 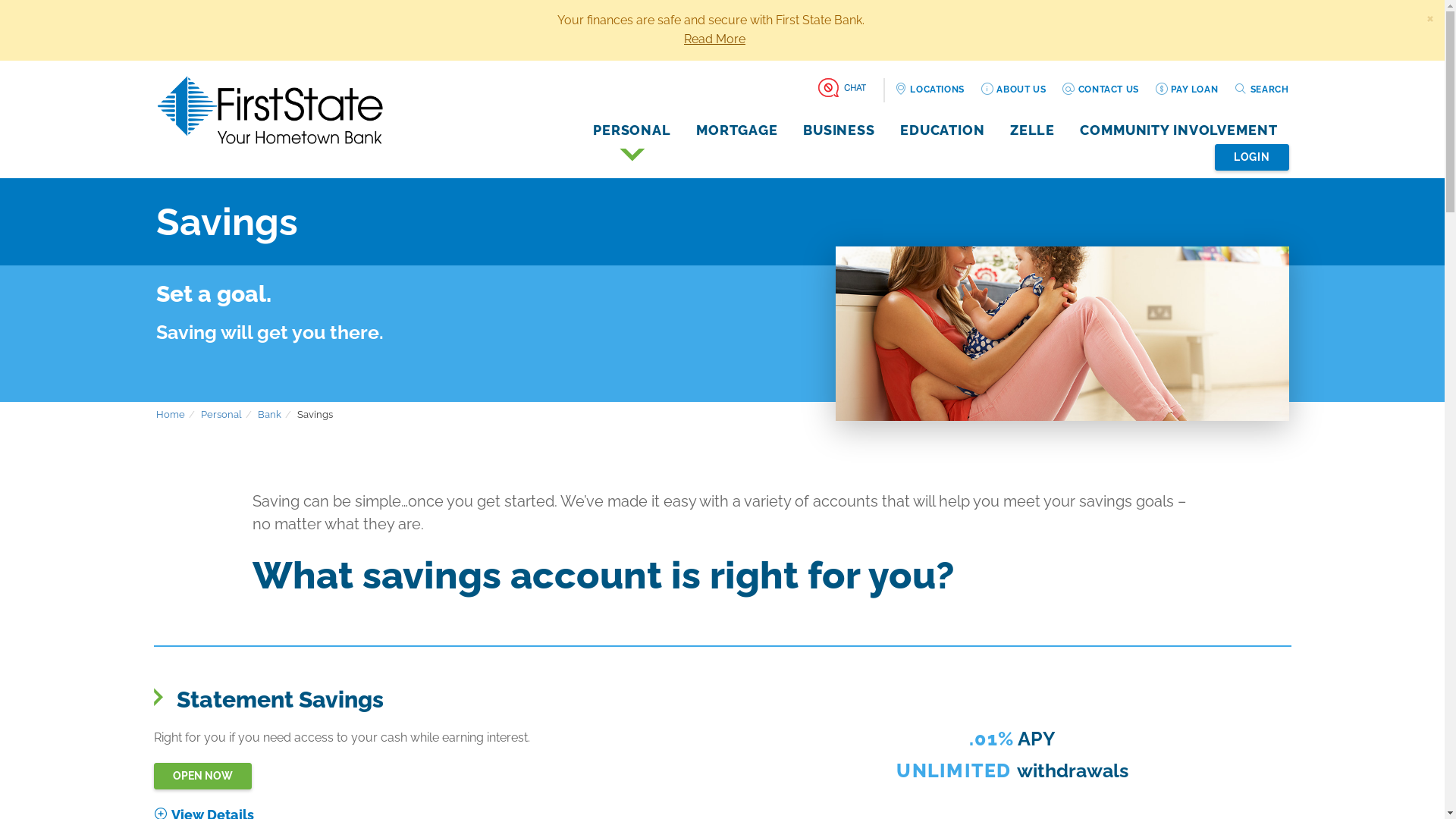 I want to click on 'LOCATIONS', so click(x=928, y=89).